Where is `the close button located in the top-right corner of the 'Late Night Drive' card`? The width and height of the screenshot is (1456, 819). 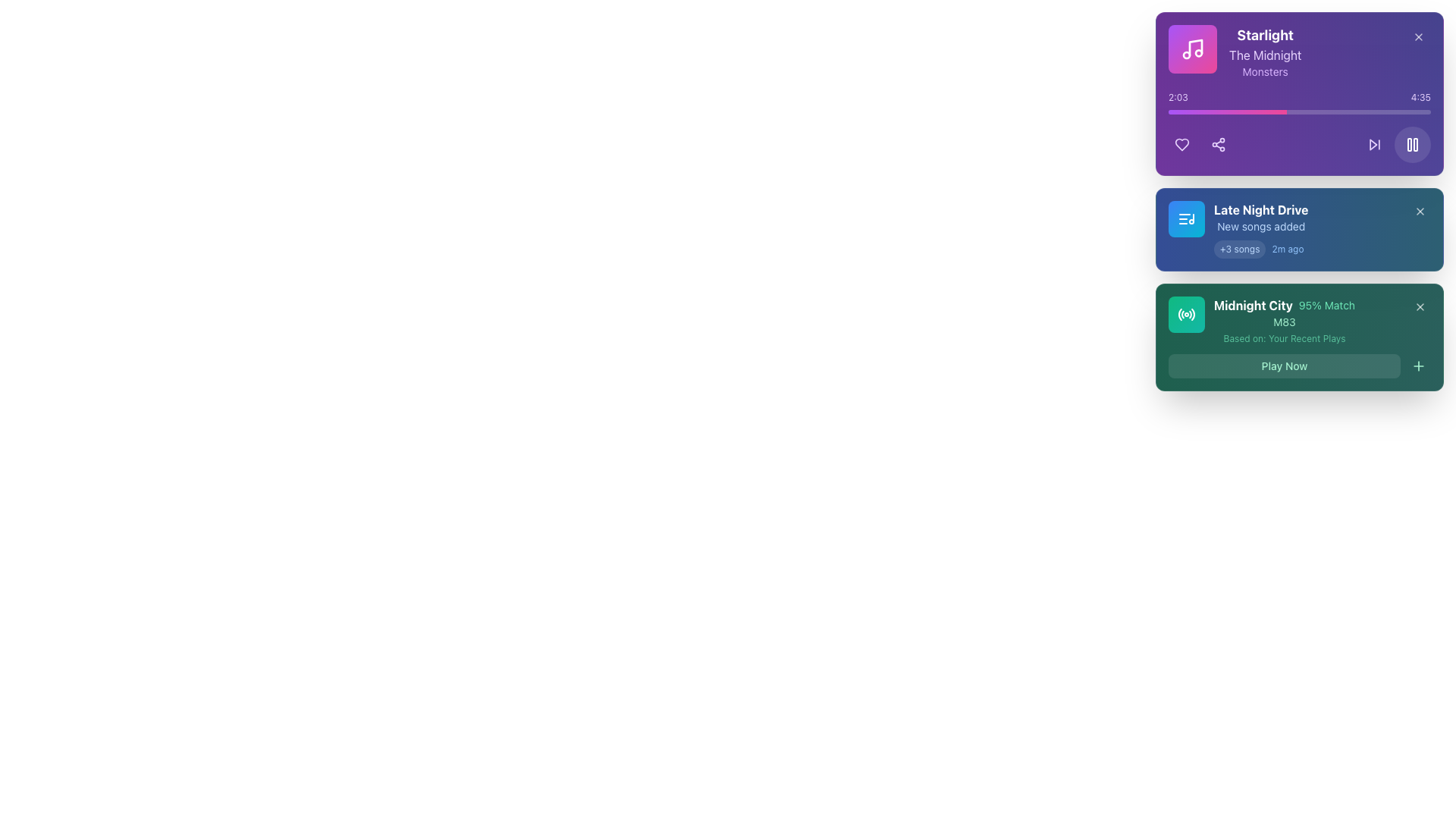 the close button located in the top-right corner of the 'Late Night Drive' card is located at coordinates (1419, 211).